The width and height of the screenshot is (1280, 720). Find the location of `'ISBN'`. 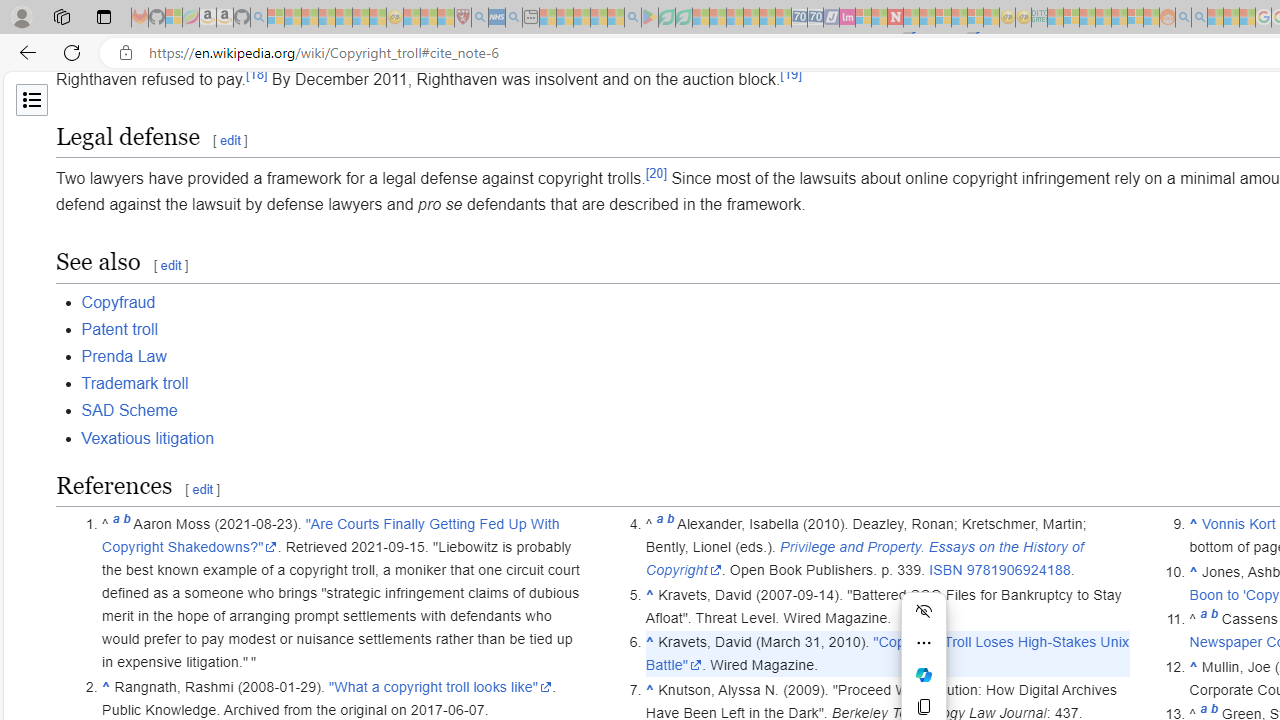

'ISBN' is located at coordinates (944, 570).